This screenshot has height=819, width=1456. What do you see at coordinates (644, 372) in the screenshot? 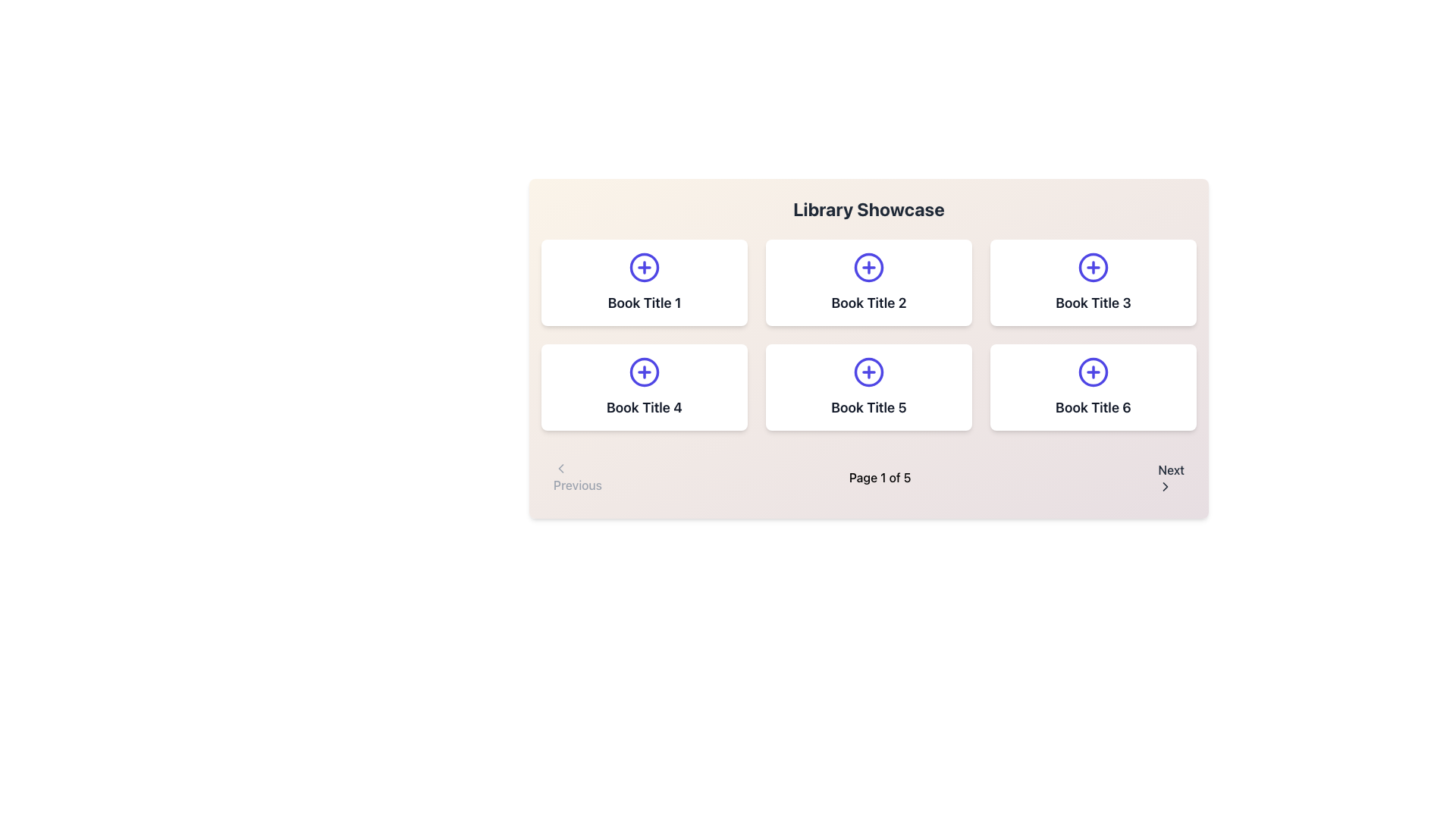
I see `the add button icon located at the center of the card for 'Book Title 4'` at bounding box center [644, 372].